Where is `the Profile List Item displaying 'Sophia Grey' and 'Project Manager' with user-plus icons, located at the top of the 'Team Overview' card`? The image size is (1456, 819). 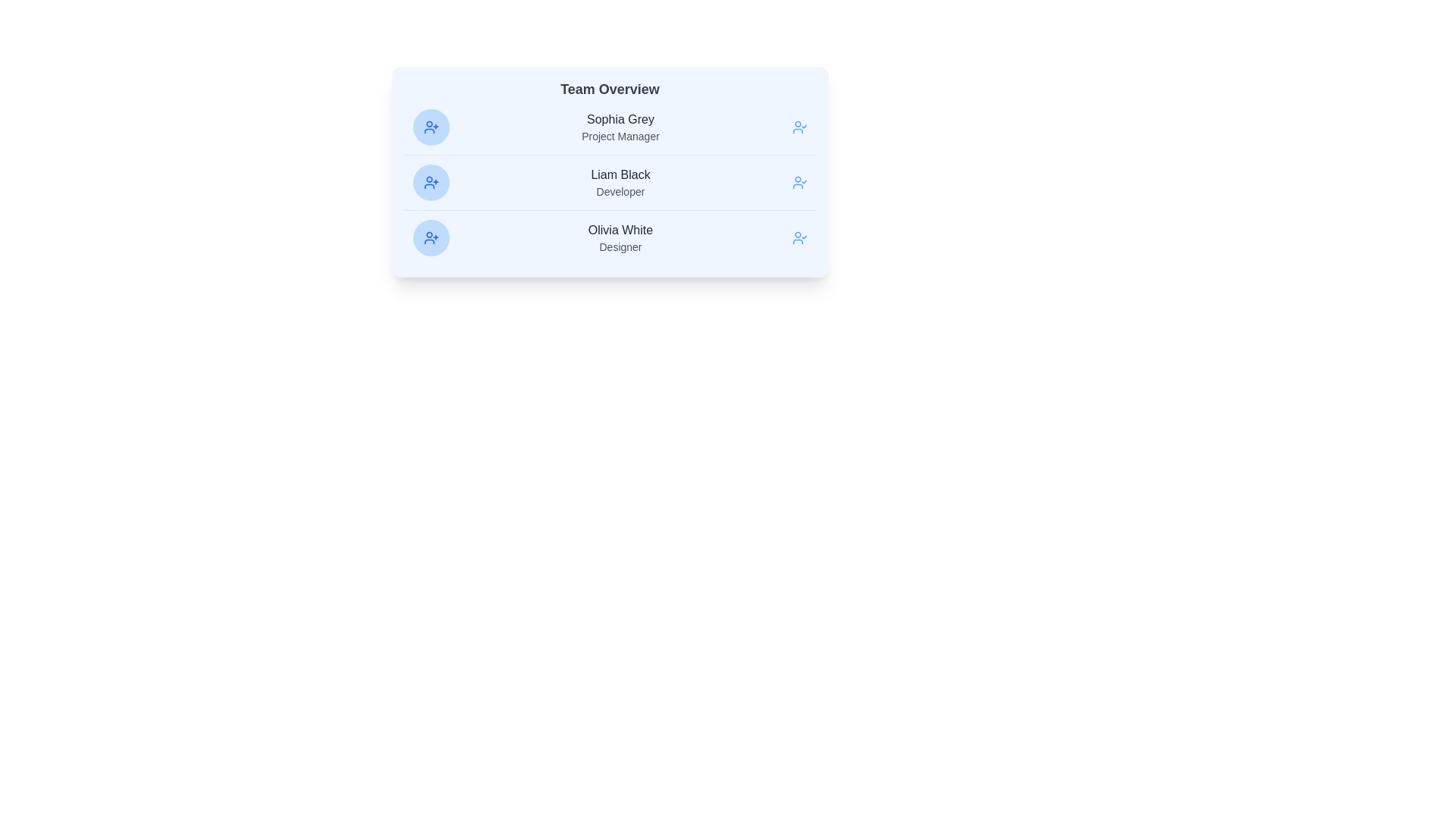 the Profile List Item displaying 'Sophia Grey' and 'Project Manager' with user-plus icons, located at the top of the 'Team Overview' card is located at coordinates (610, 127).